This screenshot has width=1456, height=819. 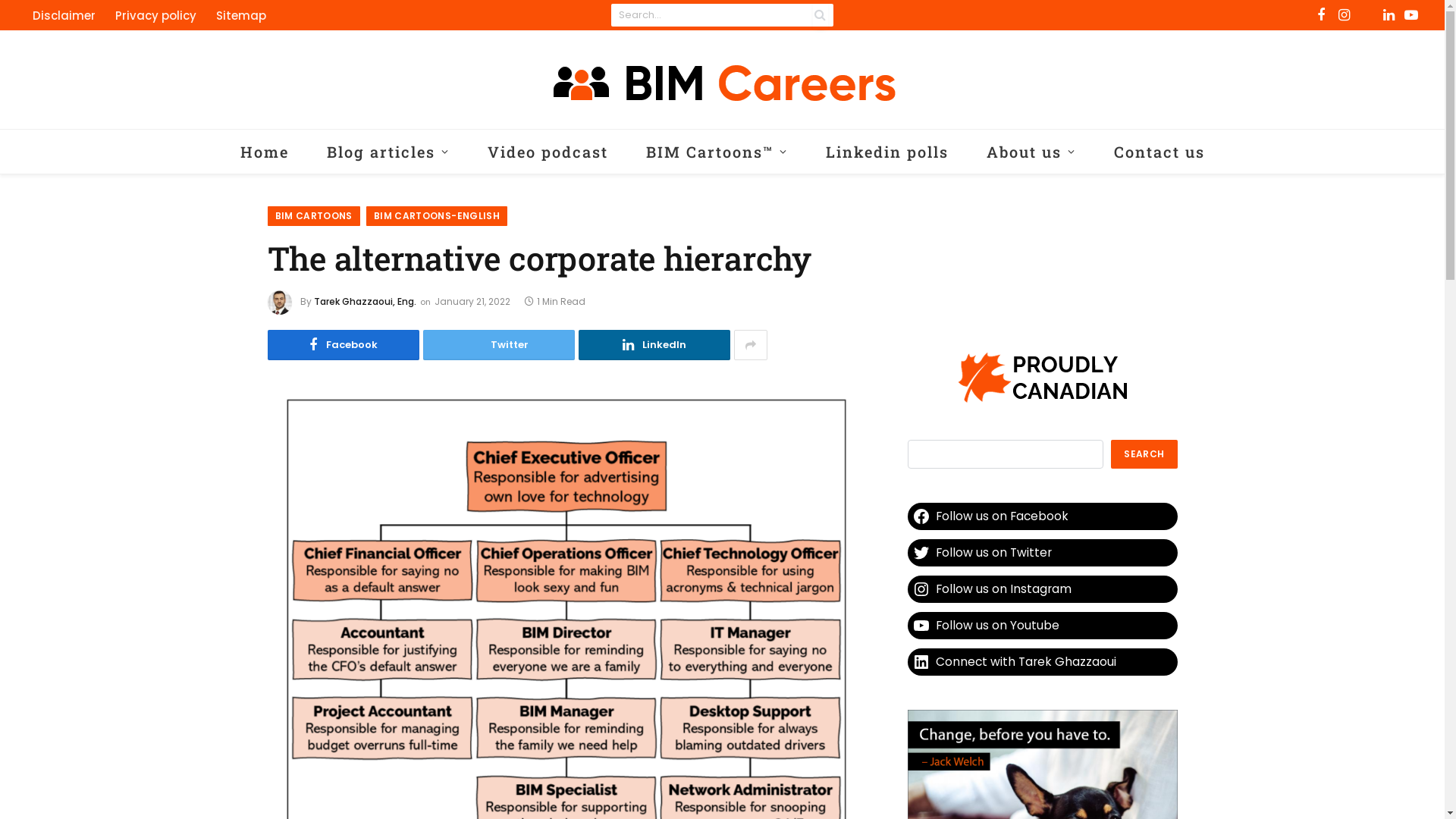 I want to click on 'Connect with Tarek Ghazzaoui', so click(x=1040, y=661).